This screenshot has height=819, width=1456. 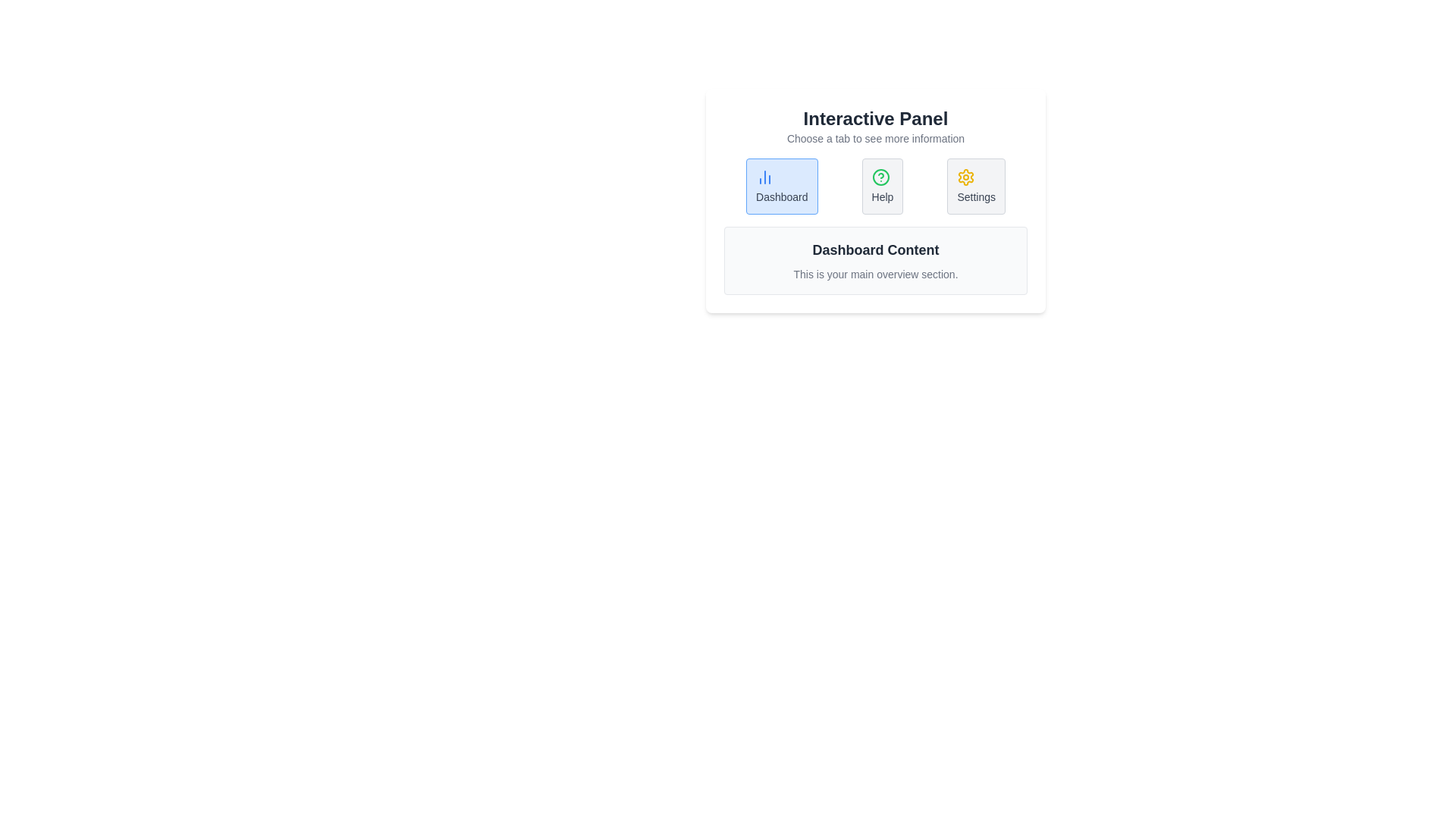 What do you see at coordinates (876, 118) in the screenshot?
I see `the title element that serves as the header for the panel, which is centrally aligned and positioned above the subtitle 'Choose a tab` at bounding box center [876, 118].